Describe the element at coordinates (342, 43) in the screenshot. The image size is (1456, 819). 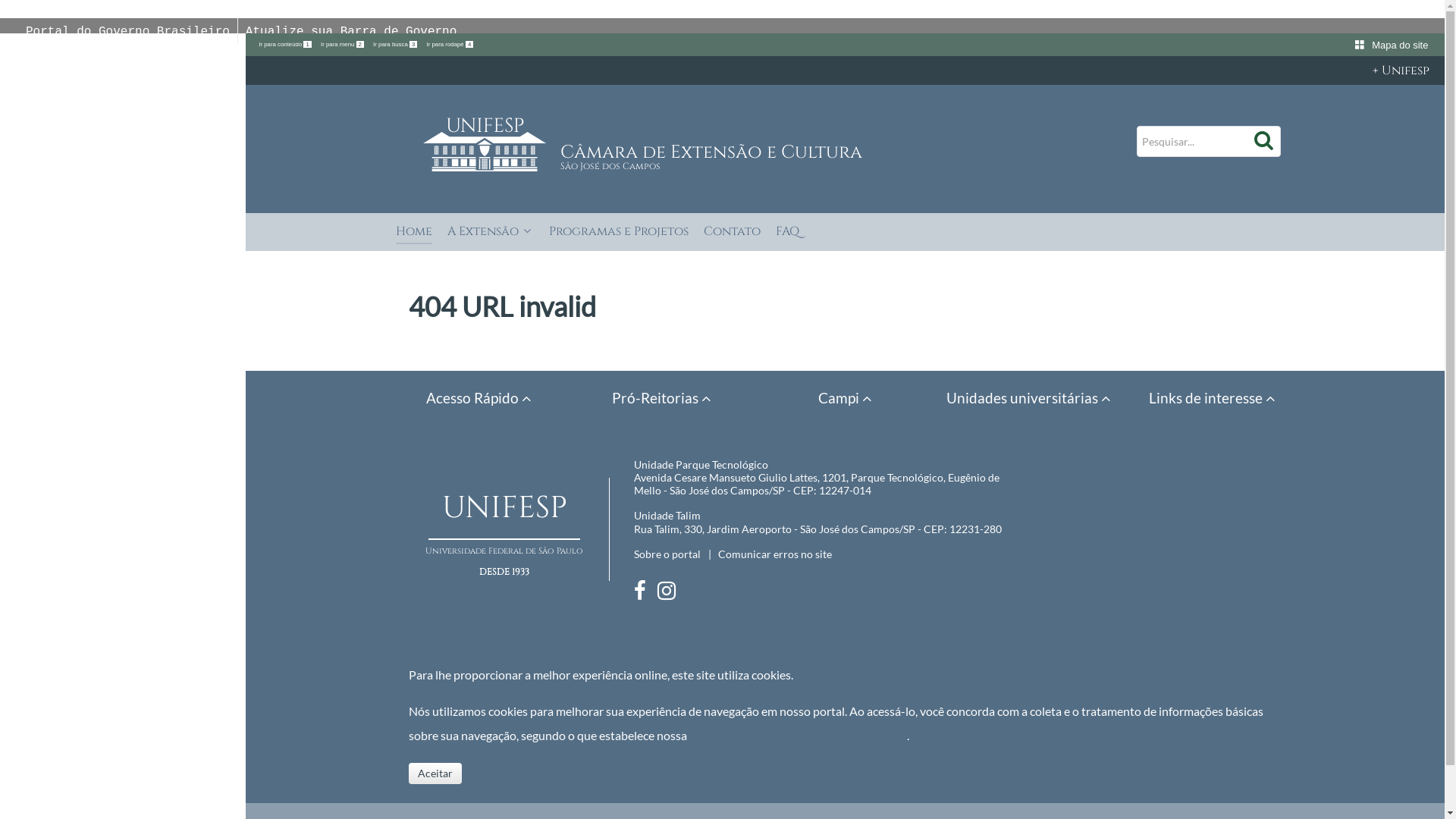
I see `'Ir para menu 2'` at that location.